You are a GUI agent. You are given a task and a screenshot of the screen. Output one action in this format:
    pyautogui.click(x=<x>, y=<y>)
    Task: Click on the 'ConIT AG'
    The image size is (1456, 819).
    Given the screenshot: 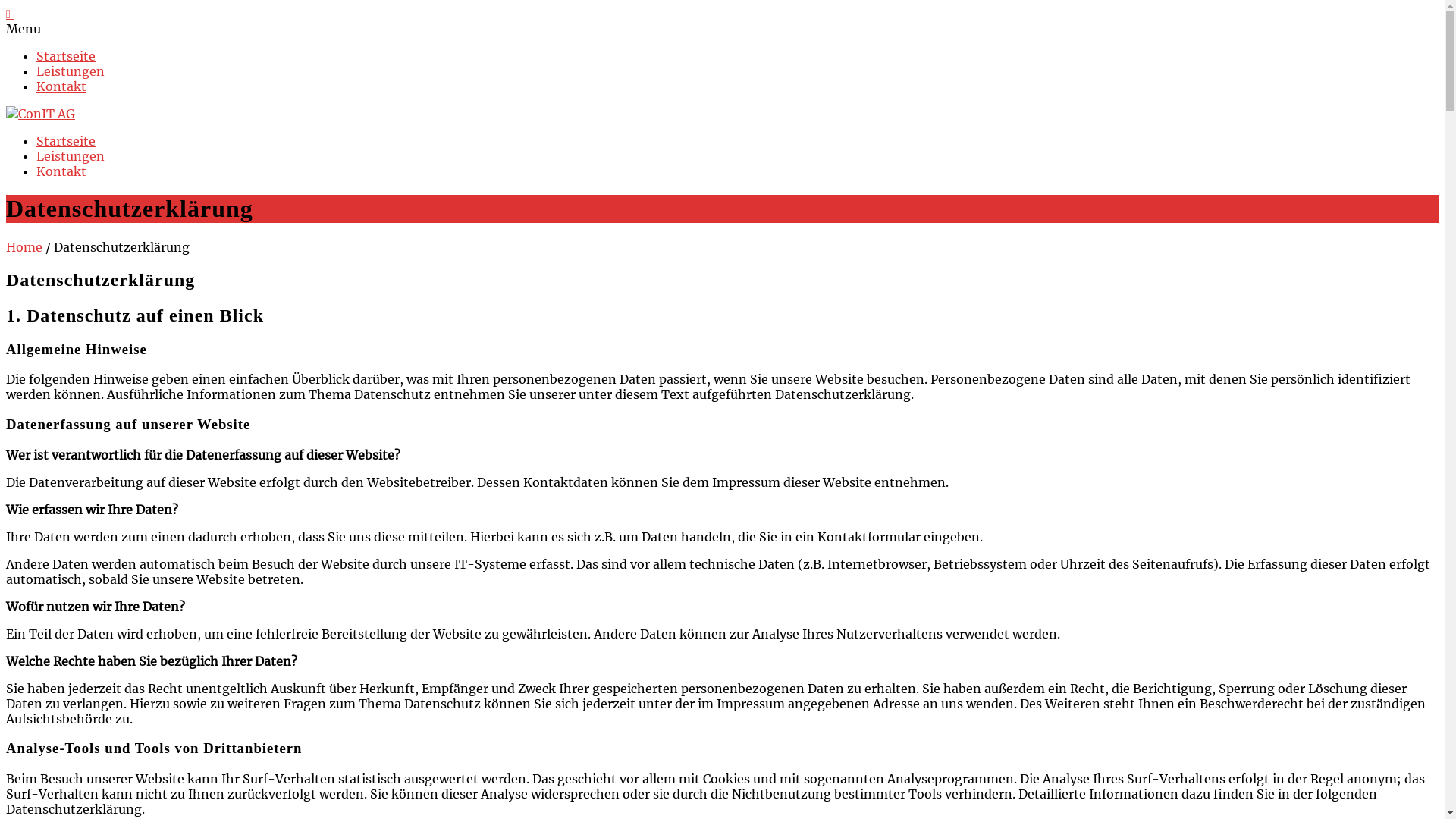 What is the action you would take?
    pyautogui.click(x=6, y=113)
    